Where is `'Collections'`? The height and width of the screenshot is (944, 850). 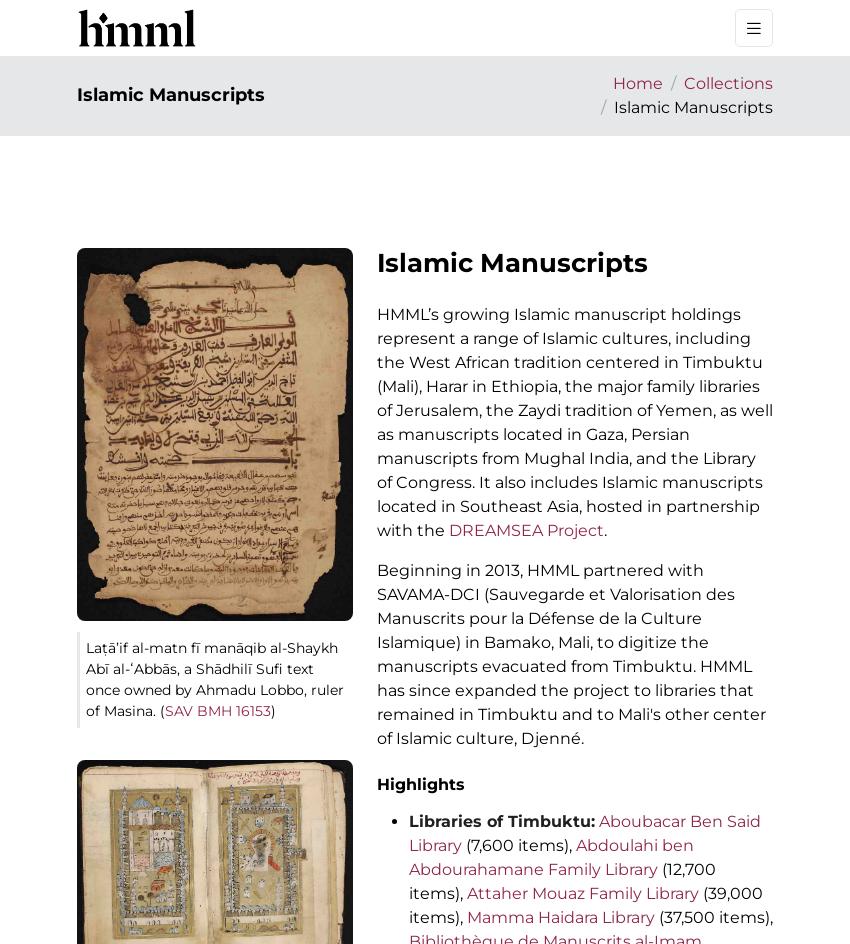
'Collections' is located at coordinates (728, 82).